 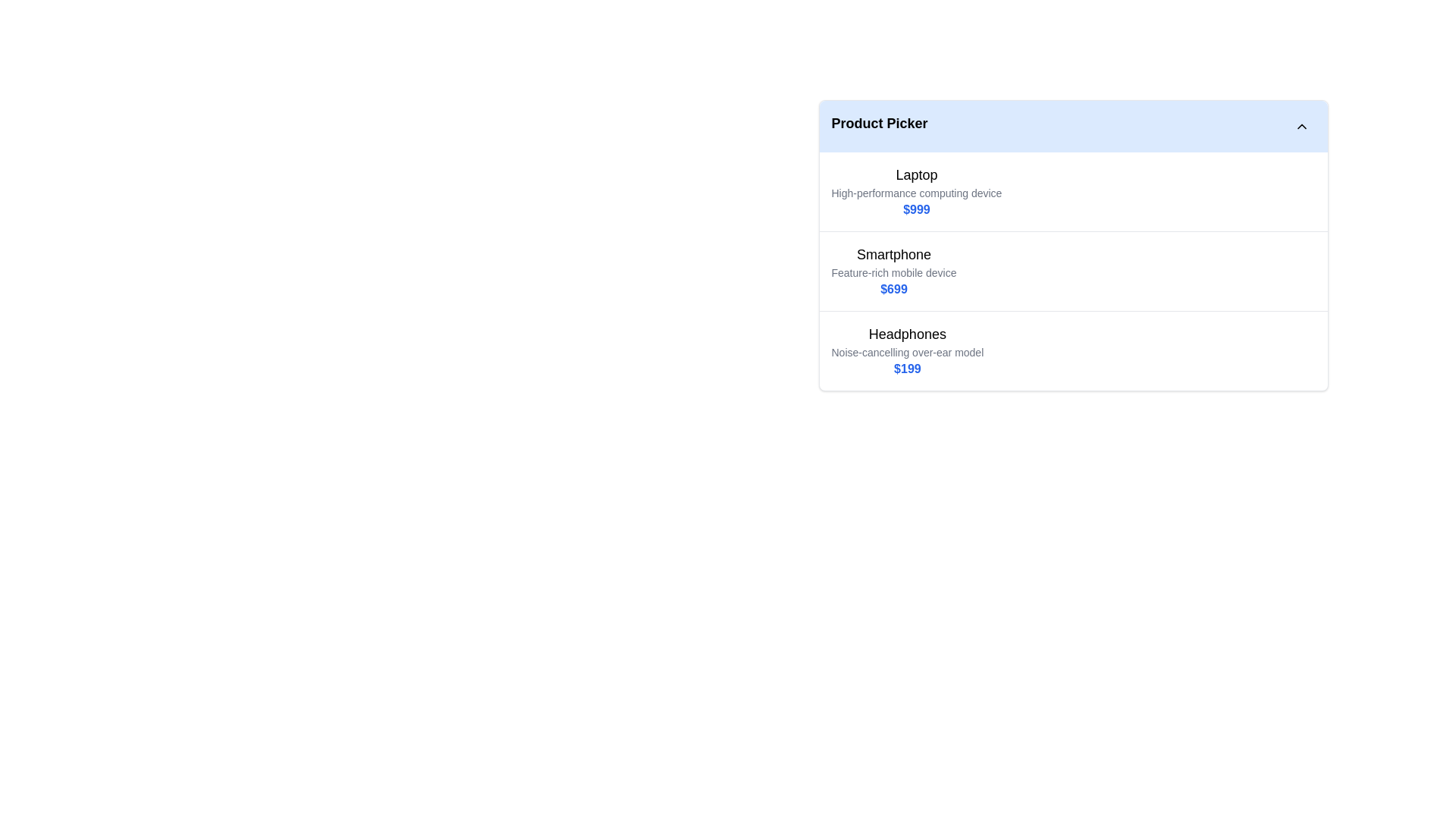 What do you see at coordinates (907, 353) in the screenshot?
I see `the text label that reads 'Noise-cancelling over-ear model', which is styled with a smaller font size and gray color, positioned between the title 'Headphones' and the price '$199'` at bounding box center [907, 353].